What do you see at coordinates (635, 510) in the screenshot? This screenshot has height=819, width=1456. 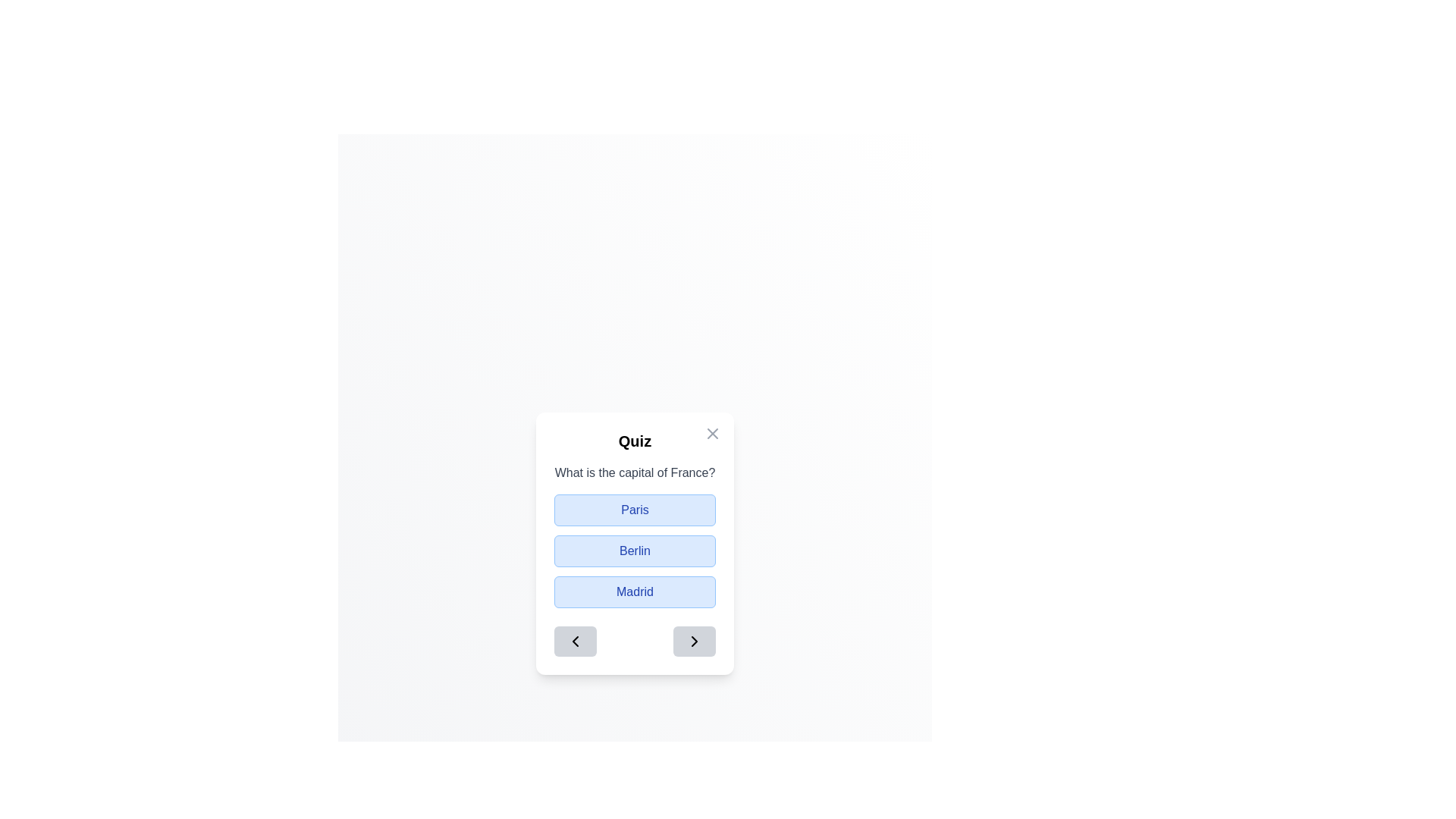 I see `the selectable button labeled 'Paris'` at bounding box center [635, 510].